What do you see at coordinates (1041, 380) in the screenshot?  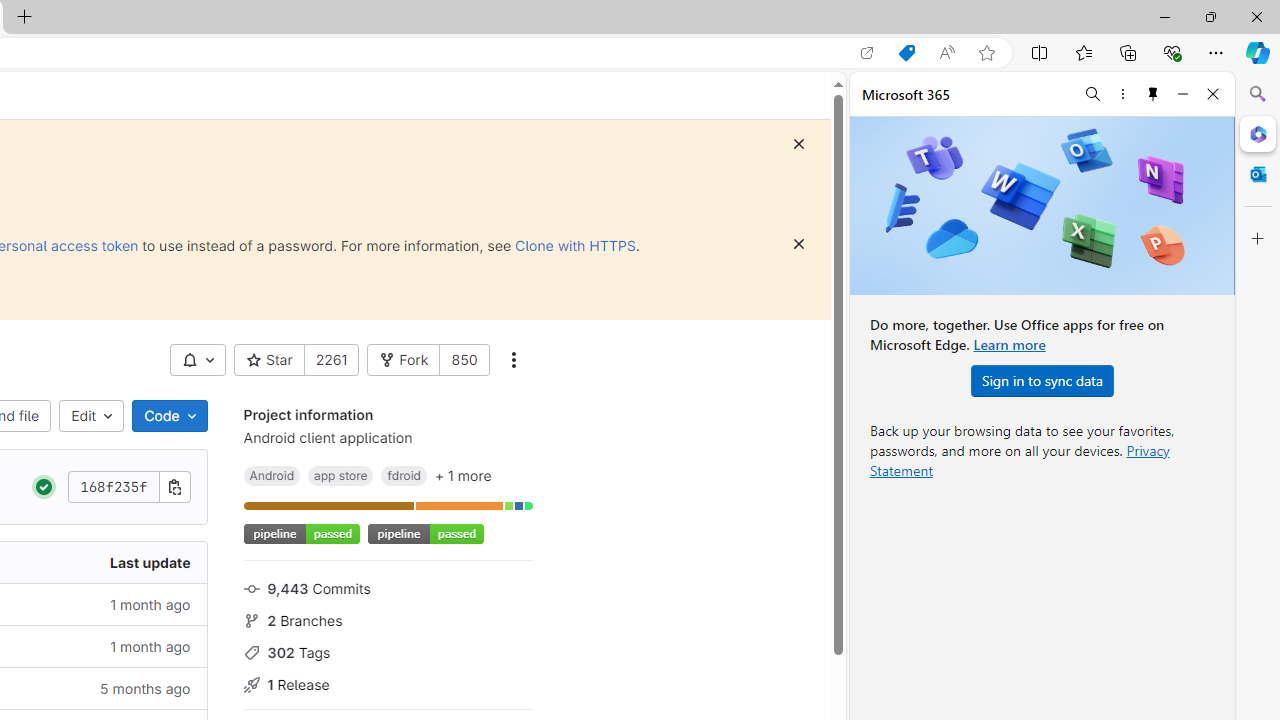 I see `'Sign in to sync data'` at bounding box center [1041, 380].